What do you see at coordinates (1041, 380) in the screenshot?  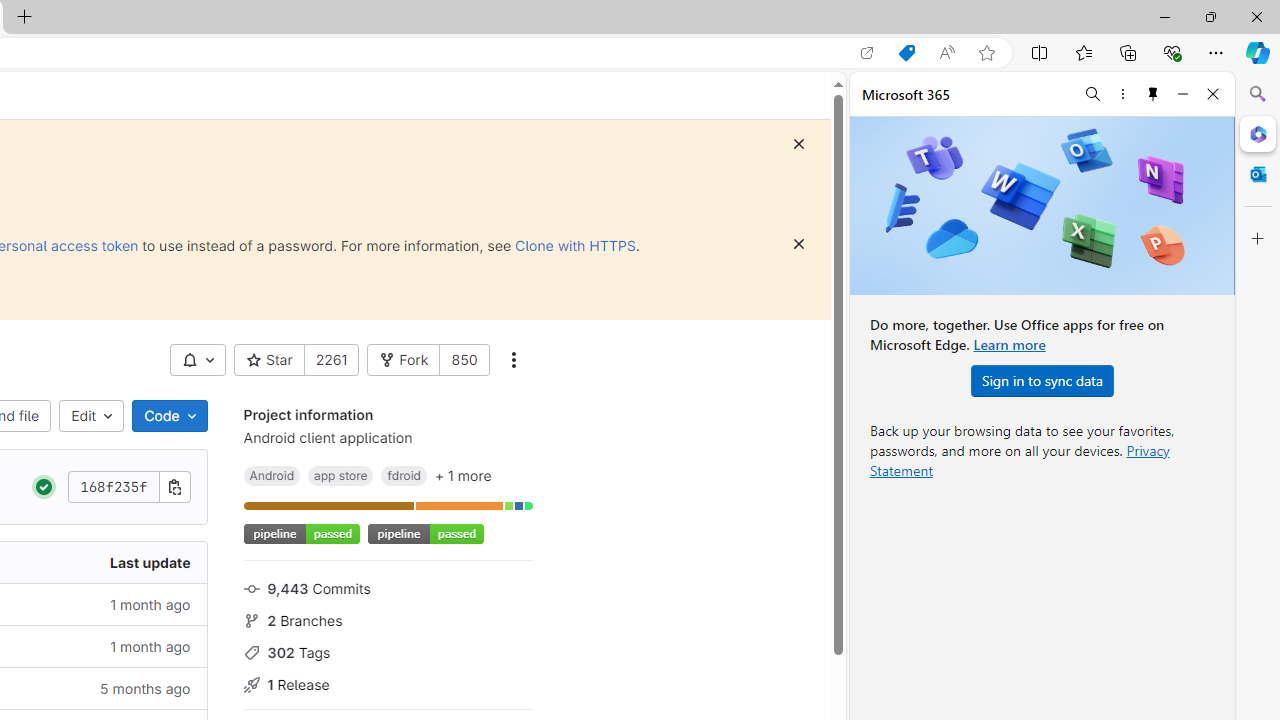 I see `'Sign in to sync data'` at bounding box center [1041, 380].